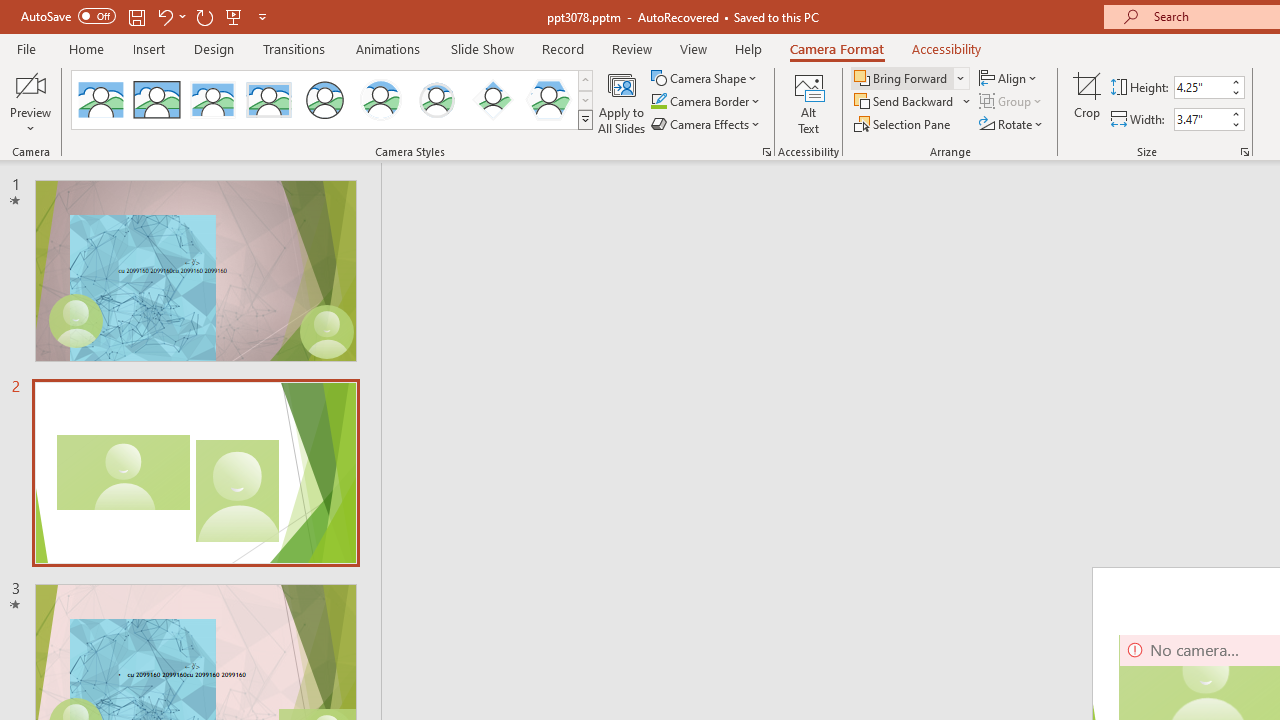  What do you see at coordinates (549, 100) in the screenshot?
I see `'Center Shadow Hexagon'` at bounding box center [549, 100].